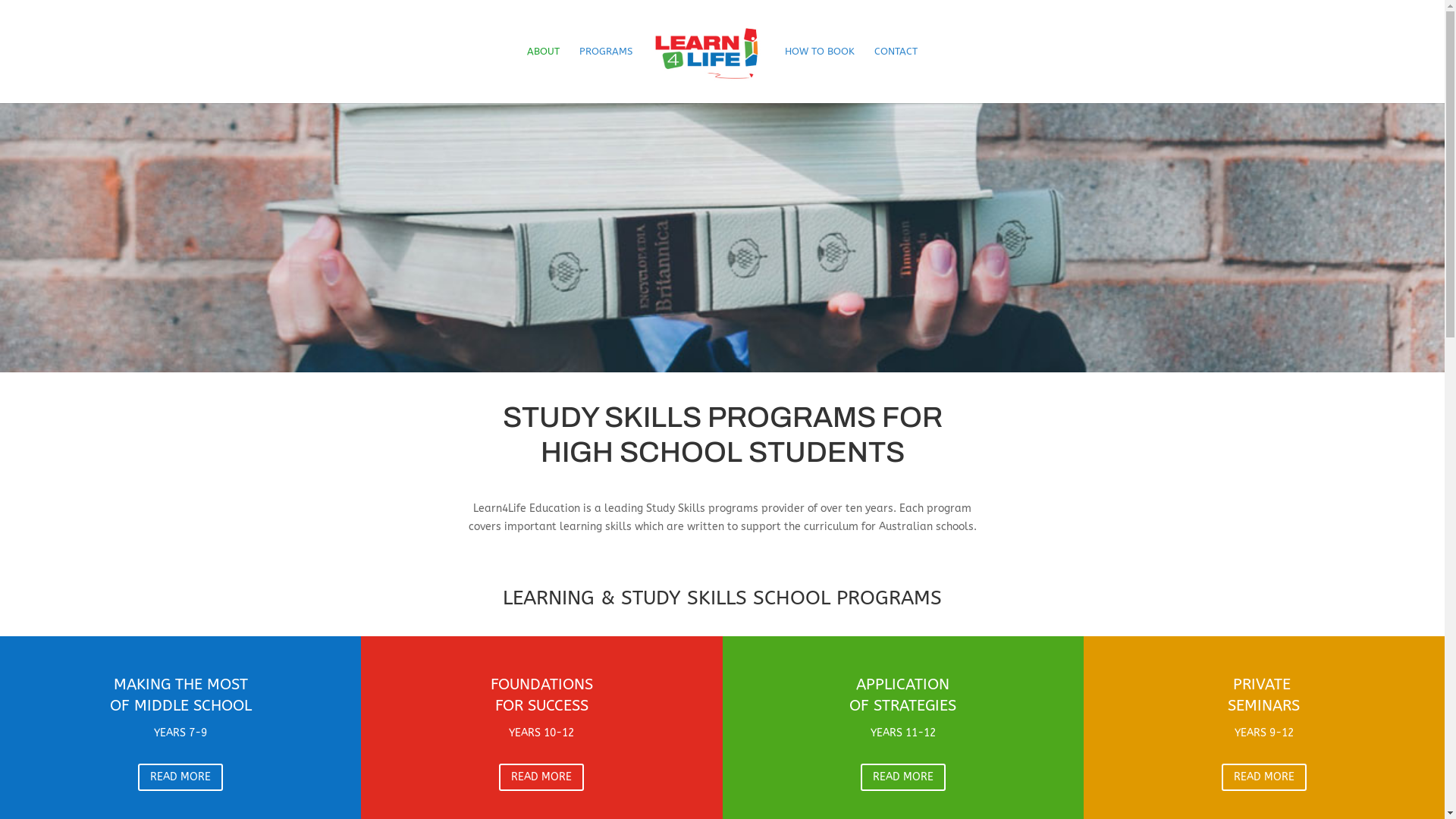 This screenshot has width=1456, height=819. Describe the element at coordinates (138, 777) in the screenshot. I see `'READ MORE'` at that location.